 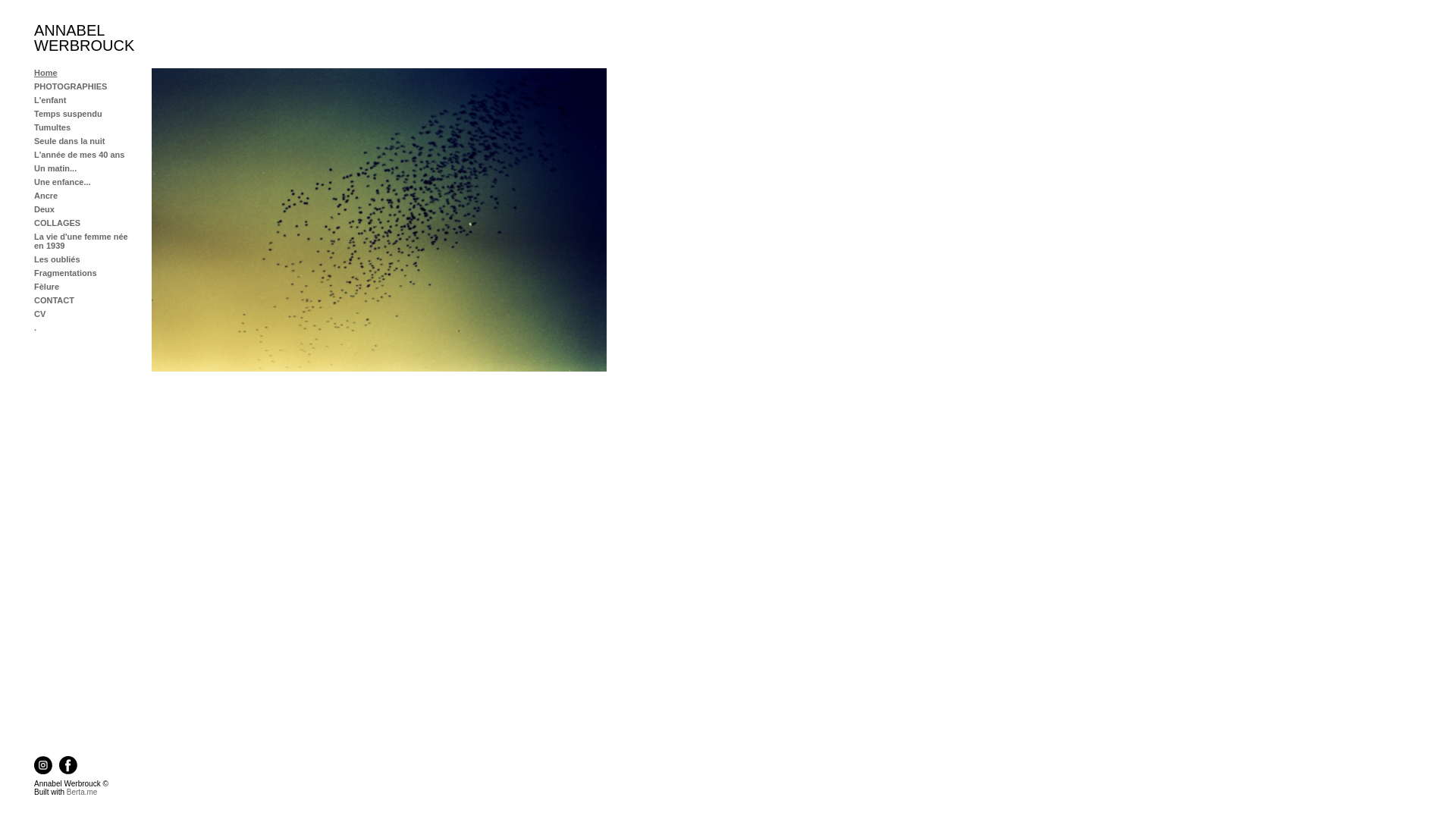 I want to click on 'COLLAGES', so click(x=57, y=222).